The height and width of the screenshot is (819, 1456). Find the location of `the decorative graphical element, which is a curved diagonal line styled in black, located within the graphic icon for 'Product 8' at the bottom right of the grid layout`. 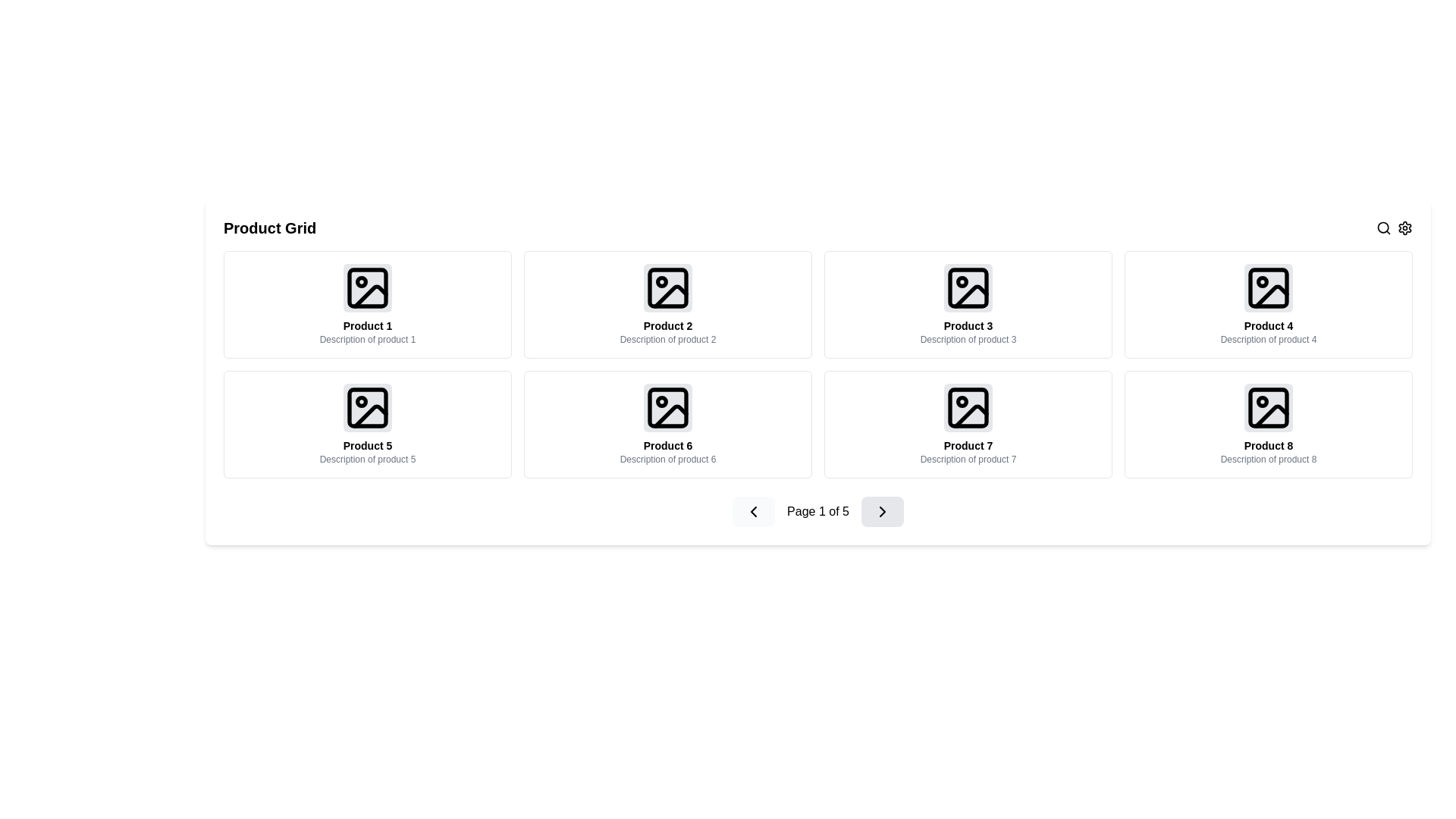

the decorative graphical element, which is a curved diagonal line styled in black, located within the graphic icon for 'Product 8' at the bottom right of the grid layout is located at coordinates (1271, 416).